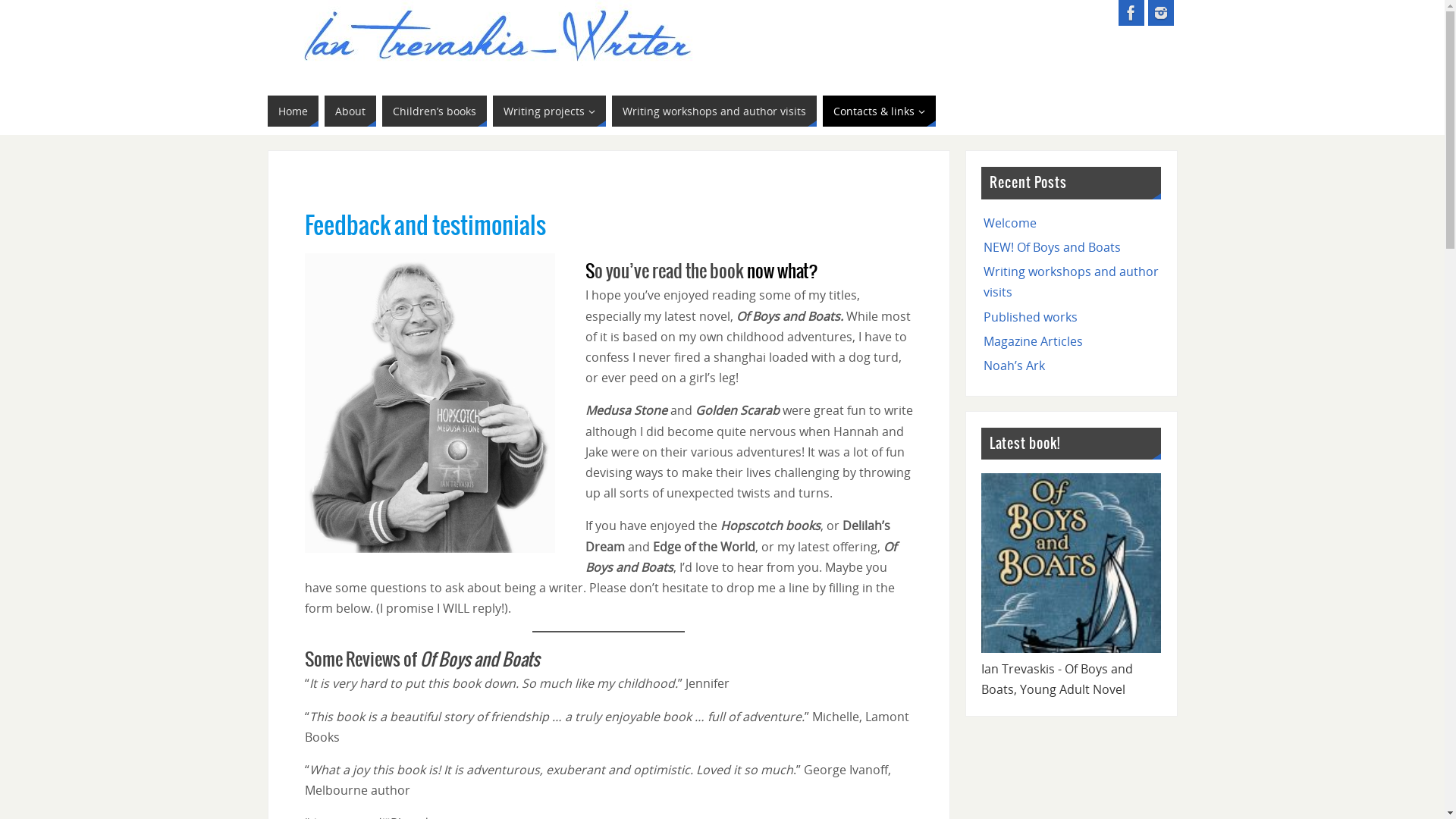 This screenshot has width=1456, height=819. Describe the element at coordinates (292, 110) in the screenshot. I see `'Home'` at that location.